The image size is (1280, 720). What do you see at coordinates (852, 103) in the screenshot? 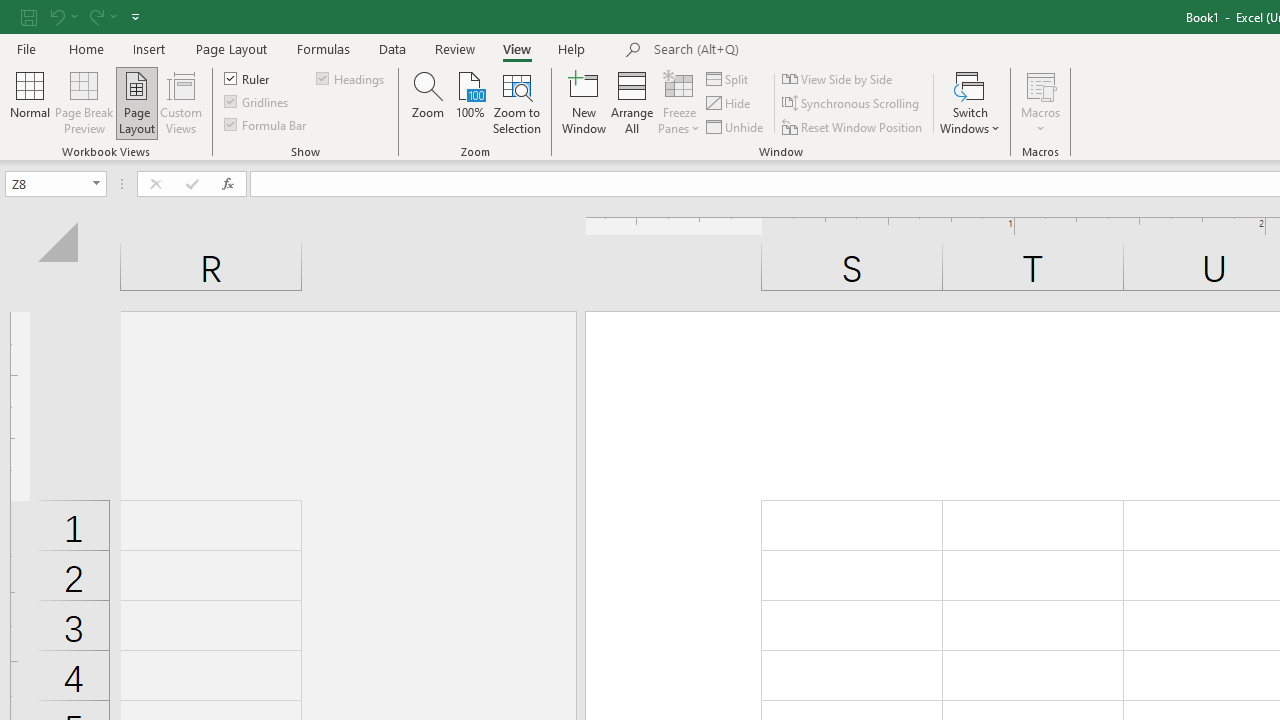
I see `'Synchronous Scrolling'` at bounding box center [852, 103].